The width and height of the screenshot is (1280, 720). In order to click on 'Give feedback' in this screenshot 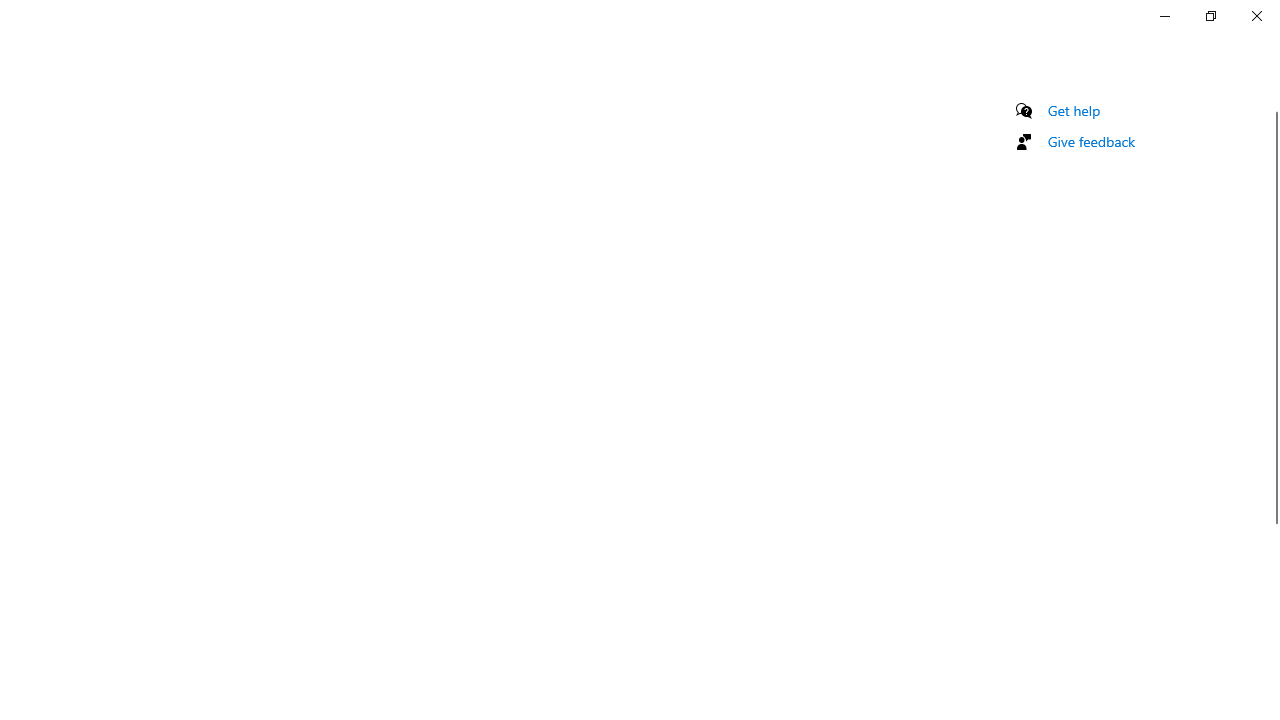, I will do `click(1090, 140)`.